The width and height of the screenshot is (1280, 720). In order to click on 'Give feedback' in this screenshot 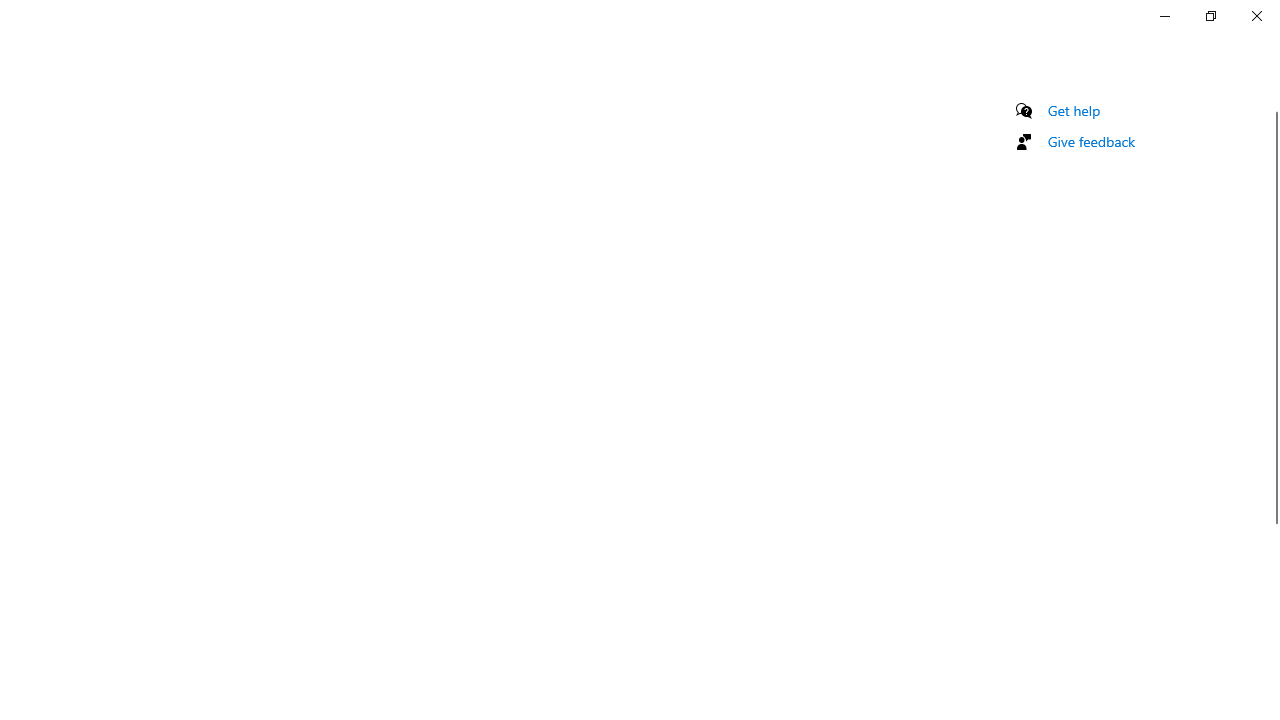, I will do `click(1090, 140)`.